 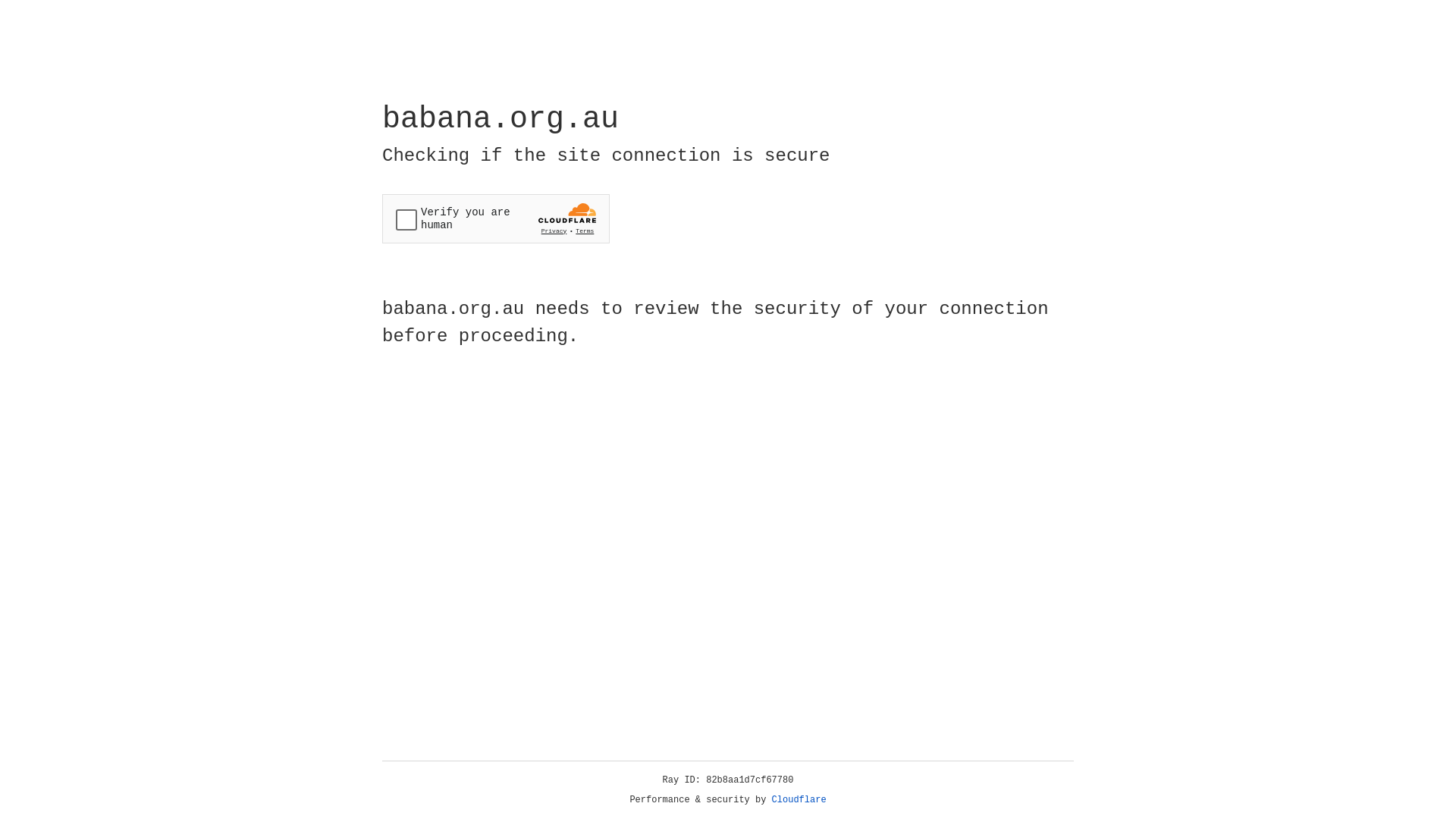 What do you see at coordinates (799, 799) in the screenshot?
I see `'Cloudflare'` at bounding box center [799, 799].